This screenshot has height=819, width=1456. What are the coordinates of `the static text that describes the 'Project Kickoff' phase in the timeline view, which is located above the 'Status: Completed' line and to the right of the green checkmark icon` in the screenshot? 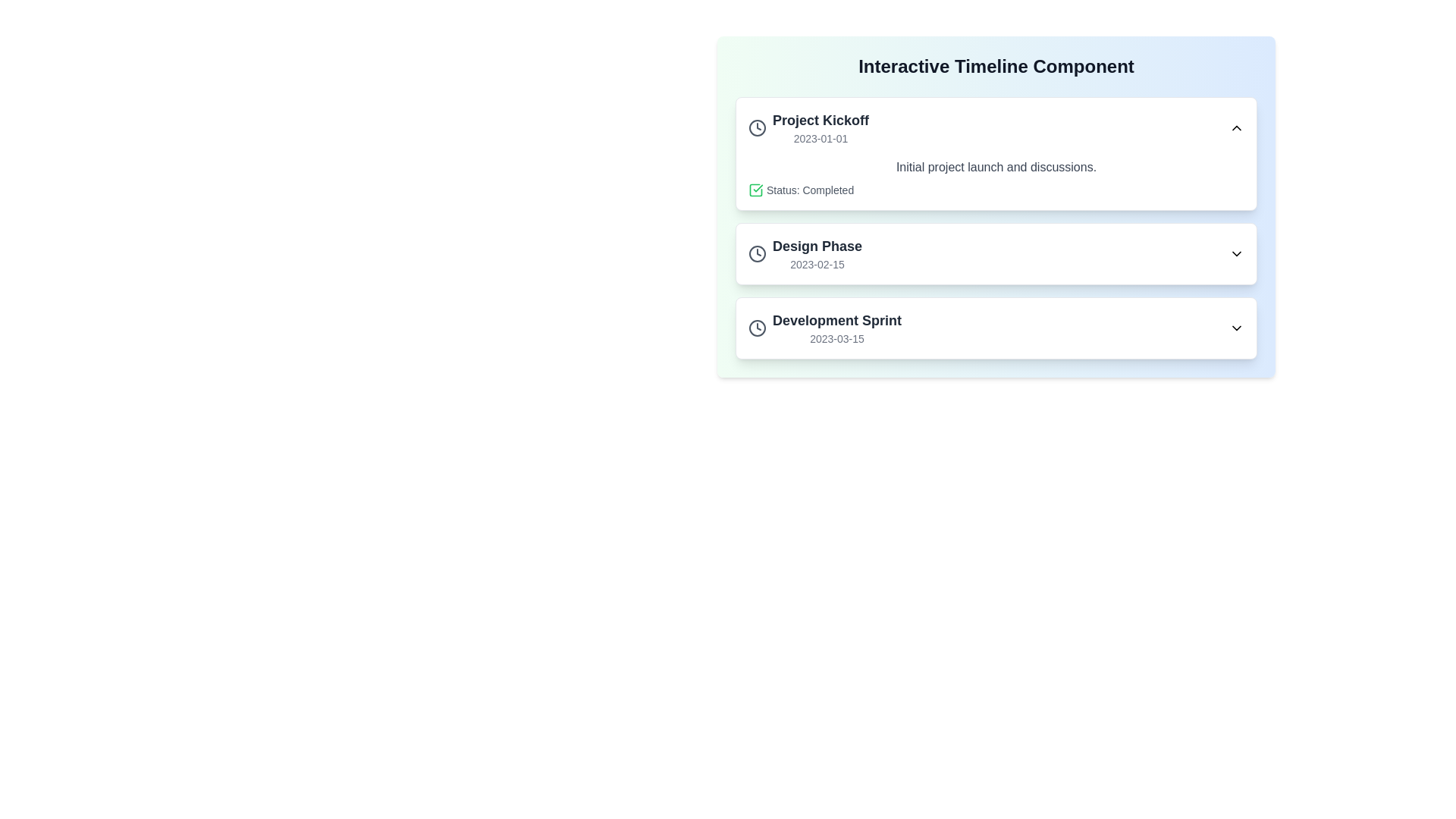 It's located at (996, 167).